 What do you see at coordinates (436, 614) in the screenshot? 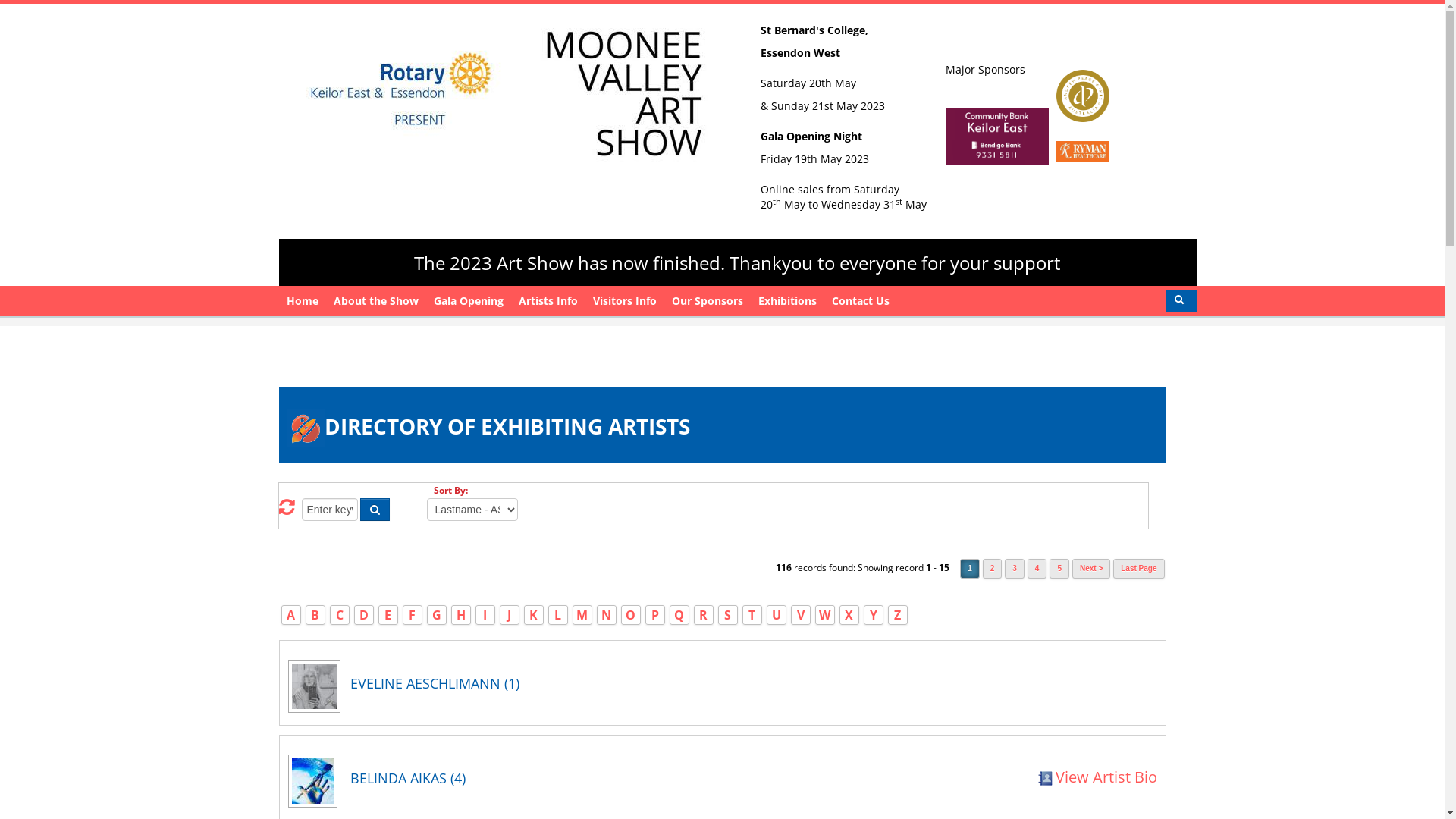
I see `'G'` at bounding box center [436, 614].